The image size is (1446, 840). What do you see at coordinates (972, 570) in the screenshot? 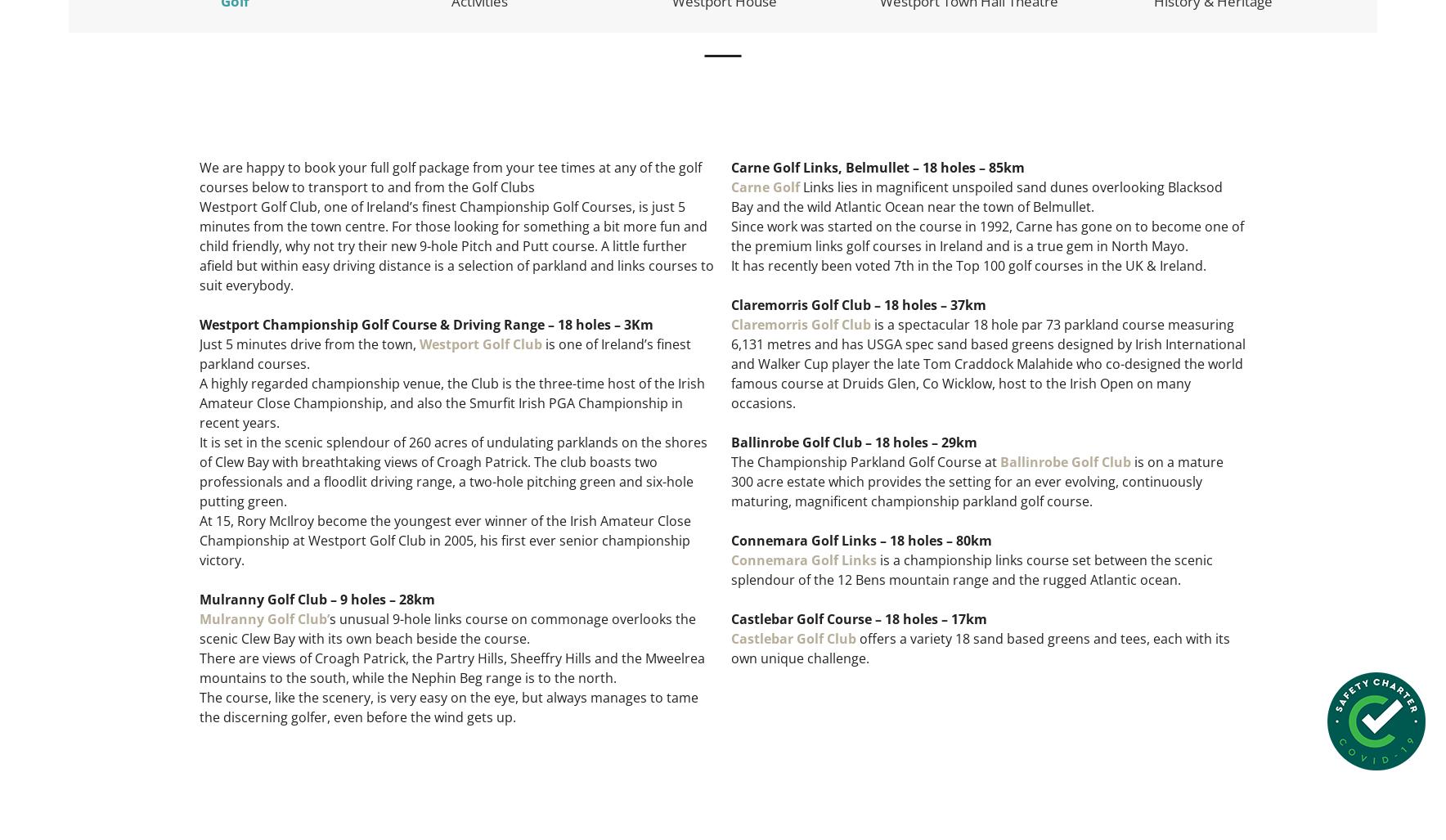
I see `'is a championship links course set between the scenic splendour of the 12 Bens mountain range and the rugged Atlantic ocean.'` at bounding box center [972, 570].